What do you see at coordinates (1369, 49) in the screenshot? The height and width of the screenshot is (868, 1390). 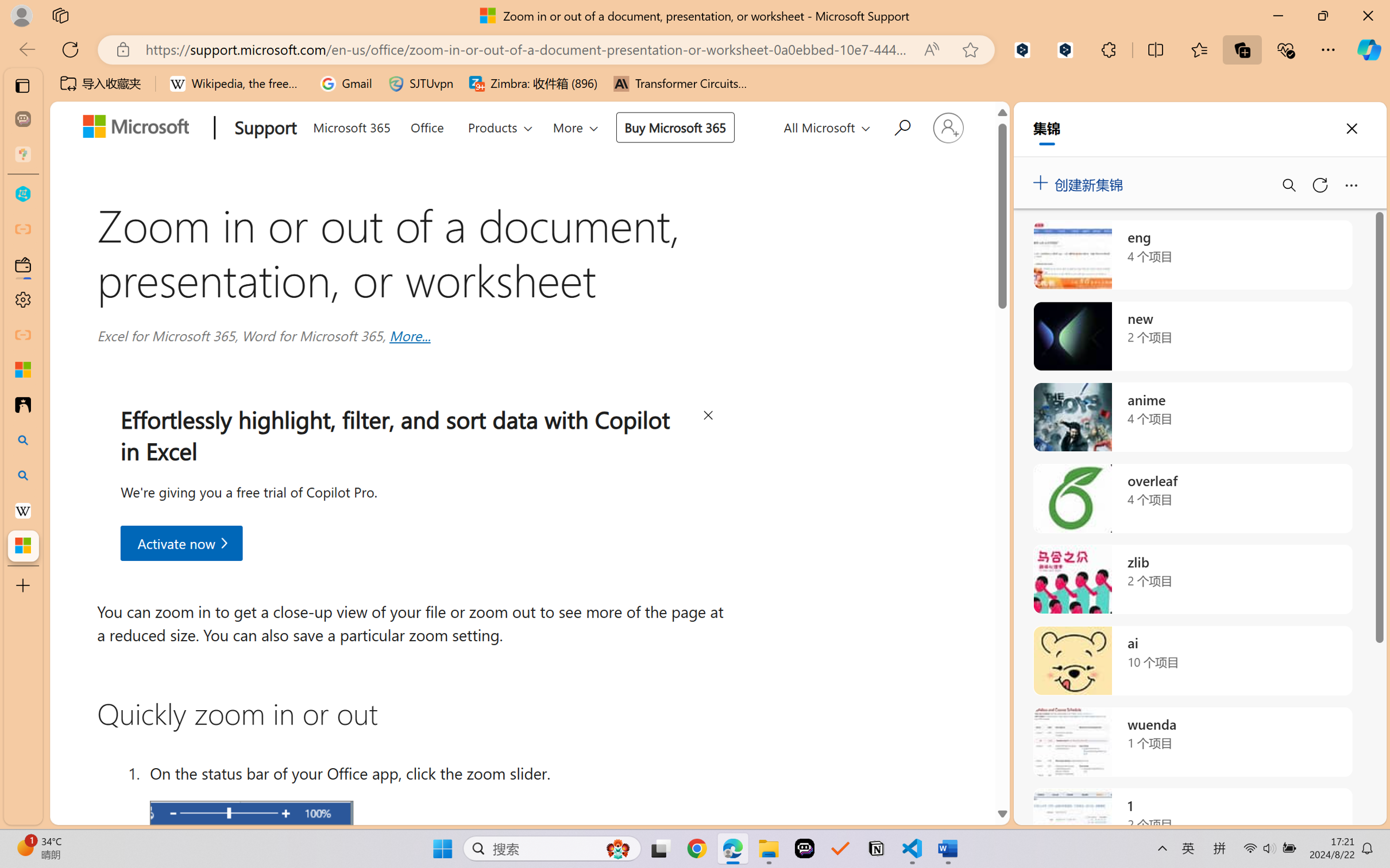 I see `'Copilot (Ctrl+Shift+.)'` at bounding box center [1369, 49].